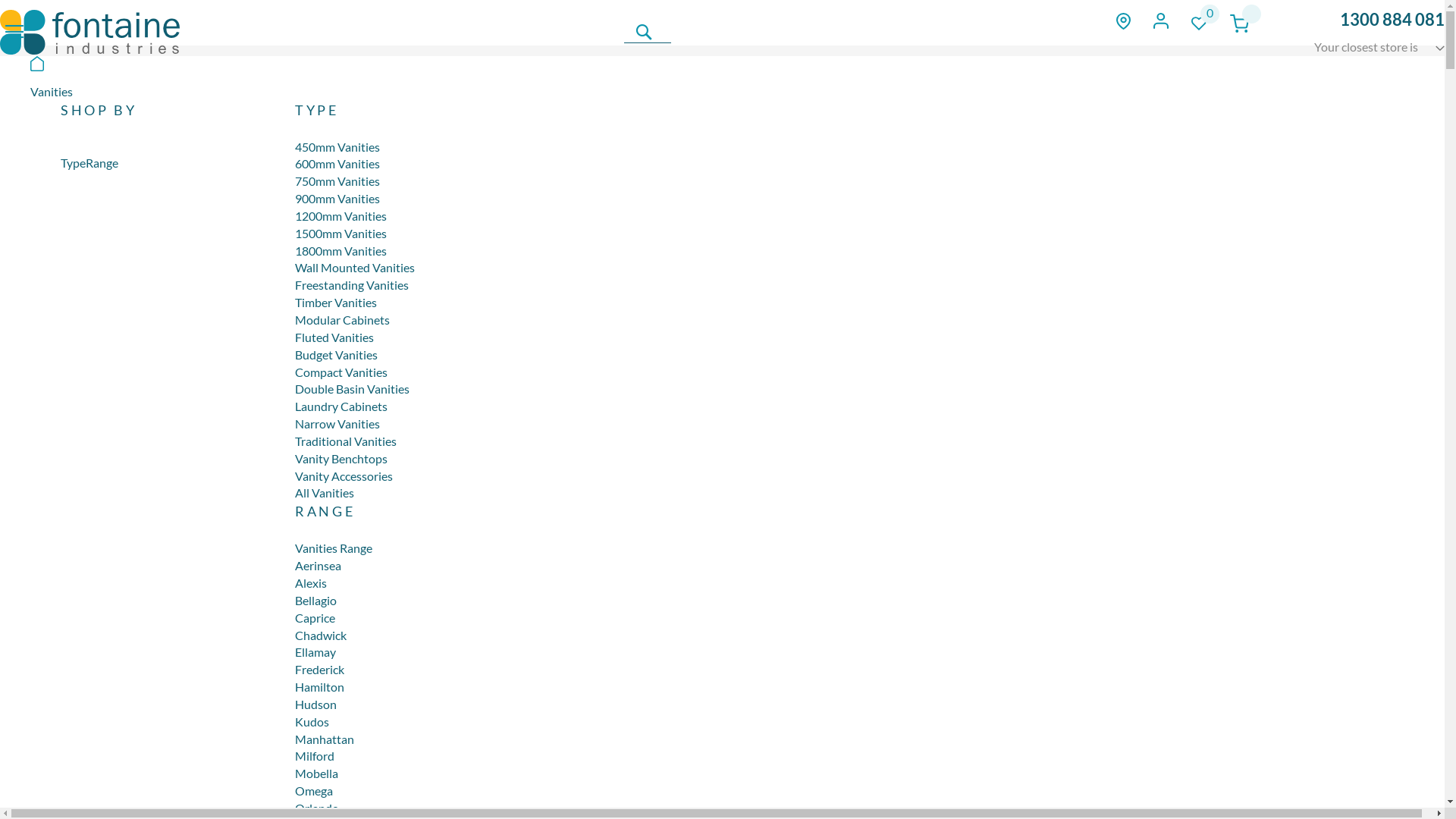 Image resolution: width=1456 pixels, height=819 pixels. What do you see at coordinates (294, 548) in the screenshot?
I see `'Vanities Range'` at bounding box center [294, 548].